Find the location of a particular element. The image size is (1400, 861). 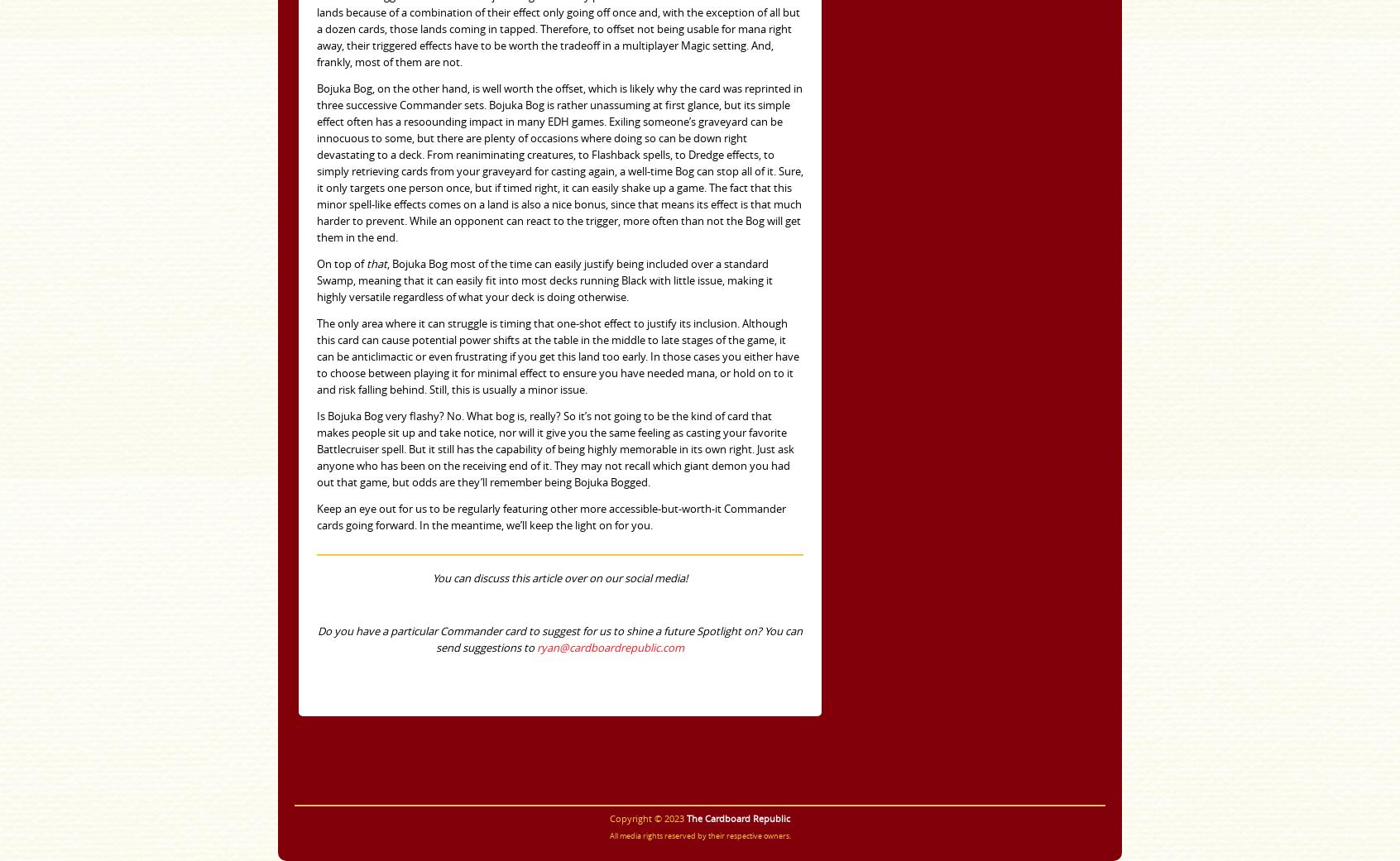

'Is Bojuka Bog very flashy? No. What bog is, really? So it’s not going to be the kind of card that makes people sit up and take notice, nor will it give you the same feeling as casting your favorite Battlecruiser spell. But it still has the capability of being highly memorable in its own right. Just ask anyone who has been on the receiving end of it. They may not recall which giant demon you had out that game, but odds are they’ll remember being Bojuka Bogged.' is located at coordinates (555, 449).